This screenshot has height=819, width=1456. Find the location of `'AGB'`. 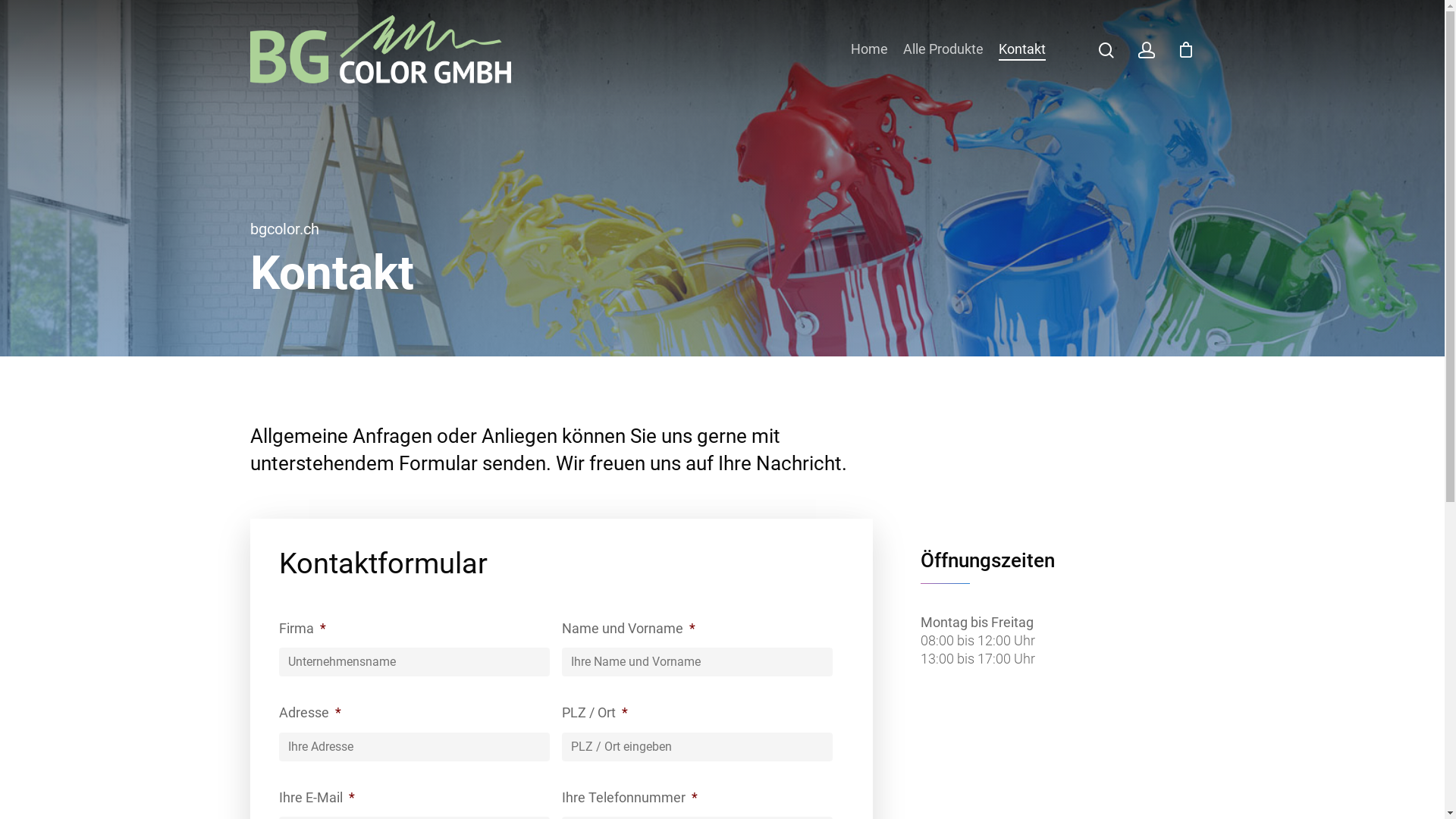

'AGB' is located at coordinates (1043, 652).